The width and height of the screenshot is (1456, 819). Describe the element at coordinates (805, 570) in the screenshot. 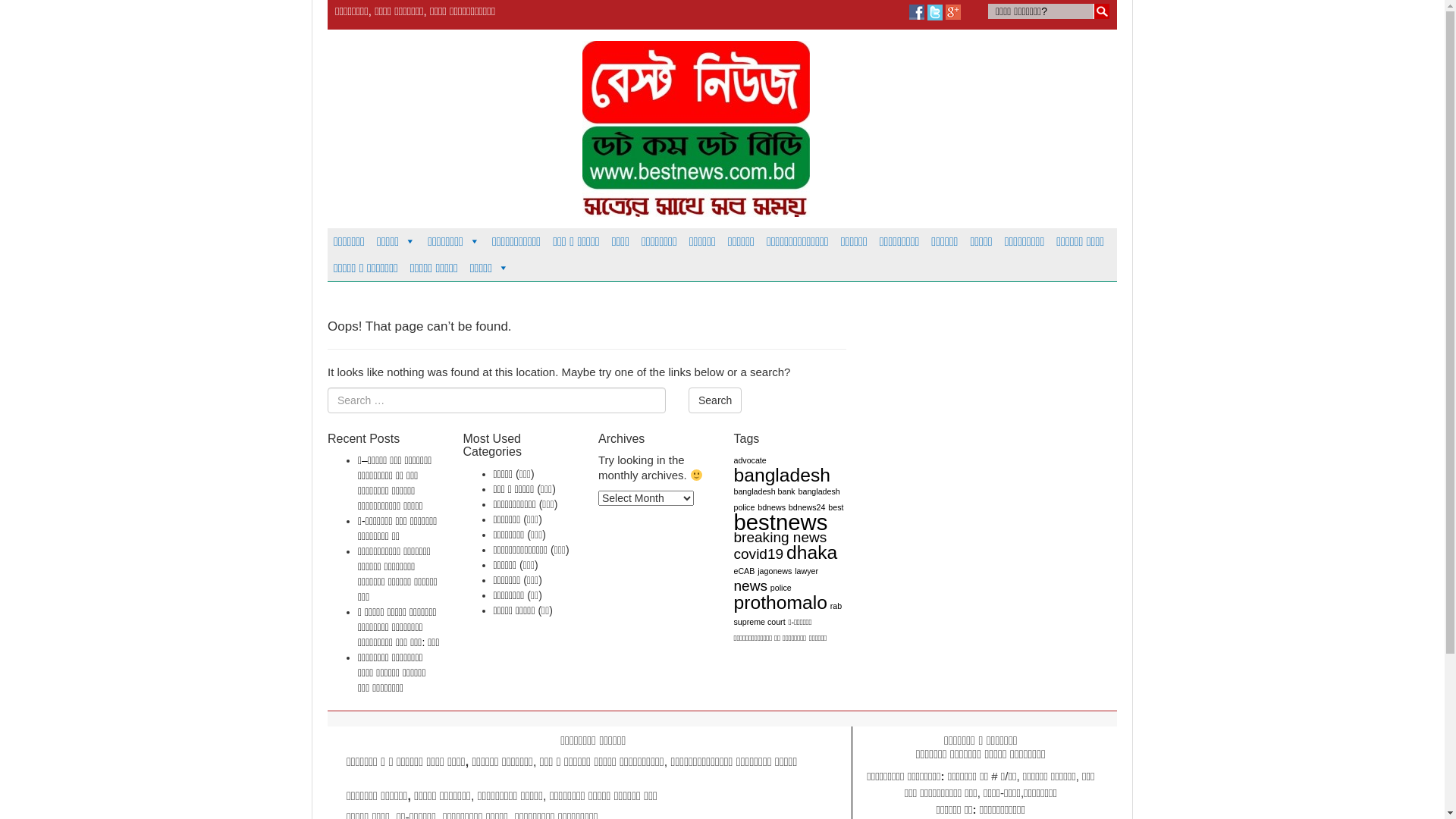

I see `'lawyer'` at that location.